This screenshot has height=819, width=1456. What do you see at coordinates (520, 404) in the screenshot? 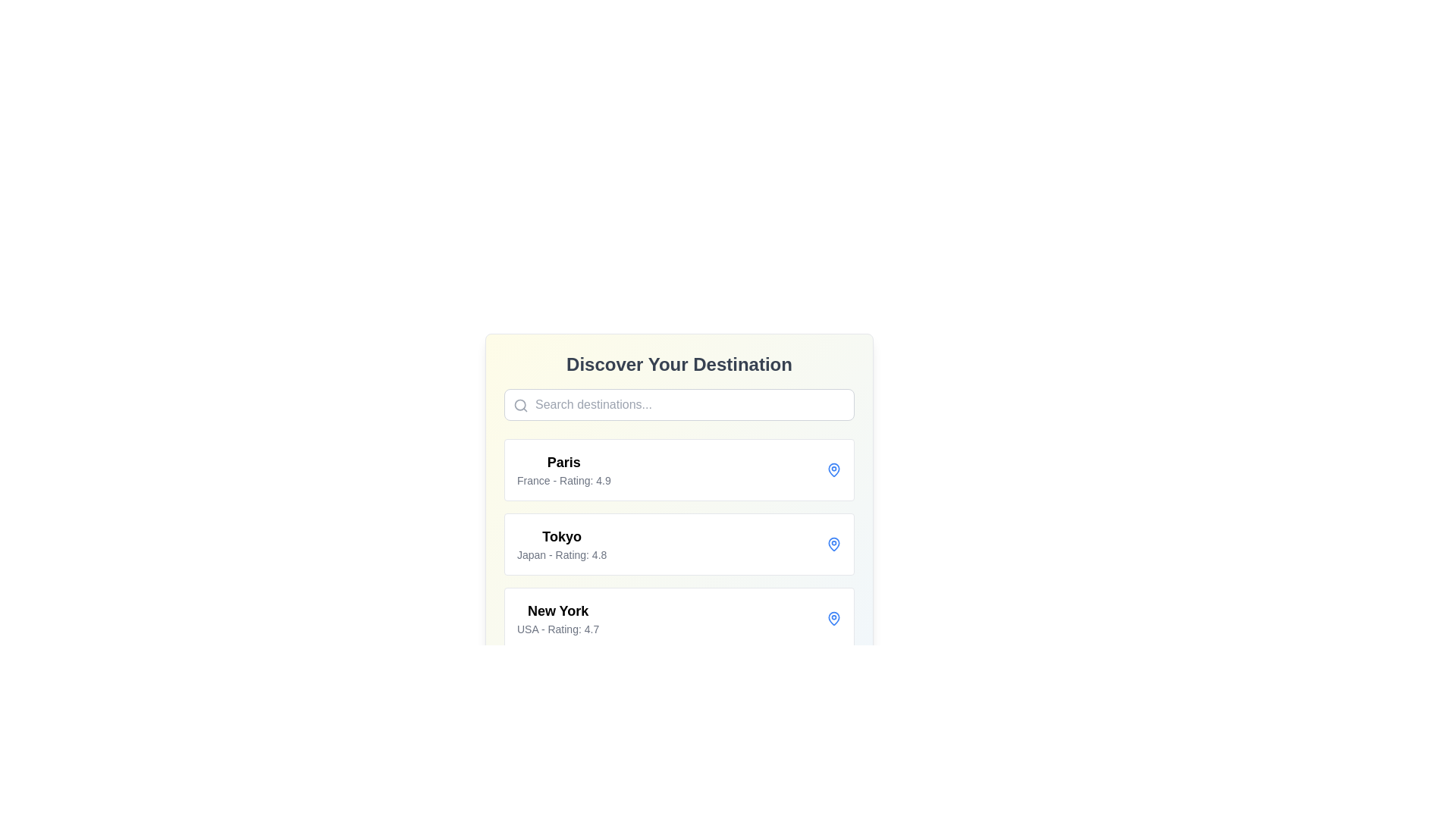
I see `the decorative component of the search icon located at the top-left corner of the search input field` at bounding box center [520, 404].